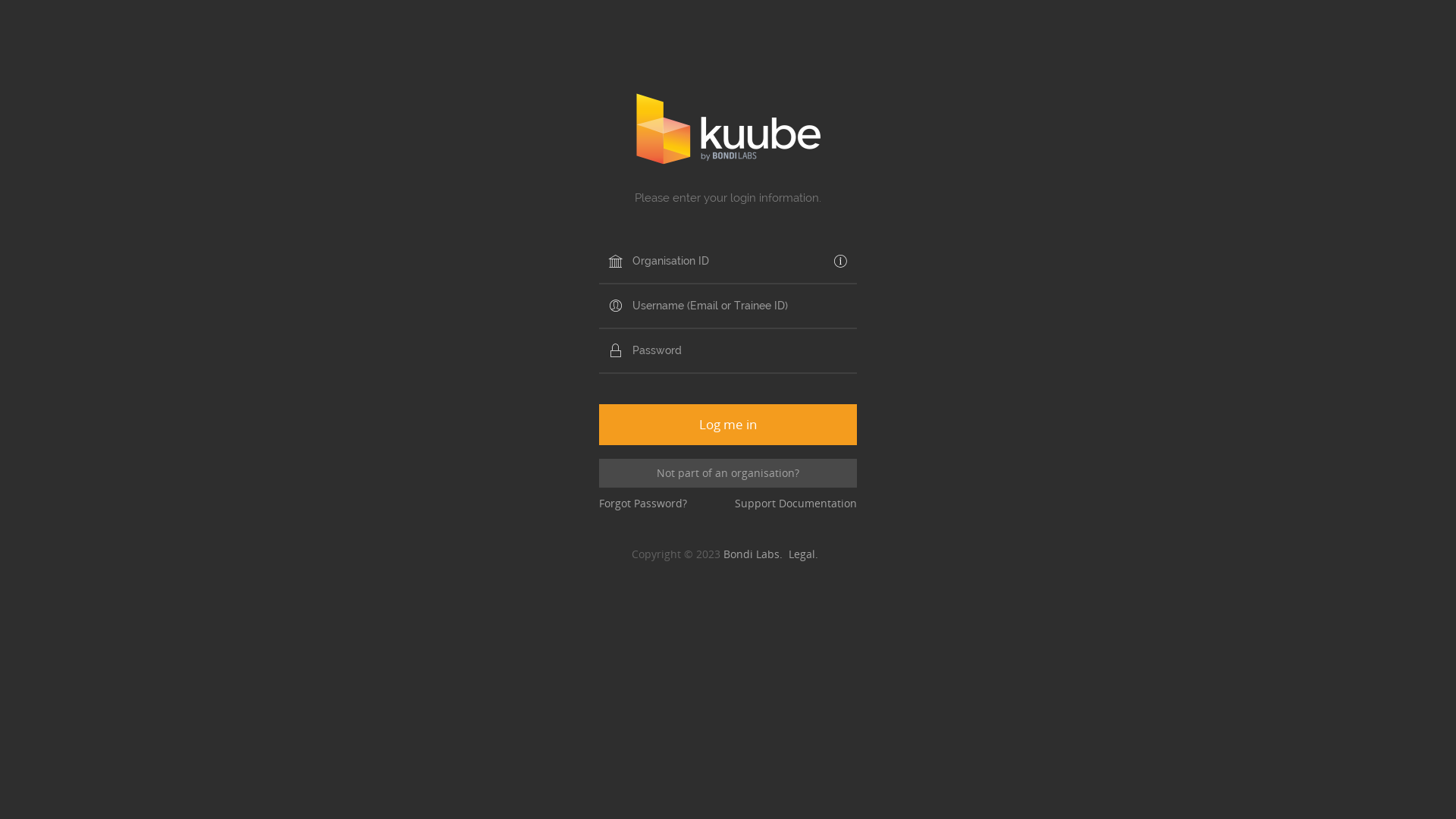 This screenshot has height=819, width=1456. I want to click on 'Bondi Labs.  ', so click(756, 554).